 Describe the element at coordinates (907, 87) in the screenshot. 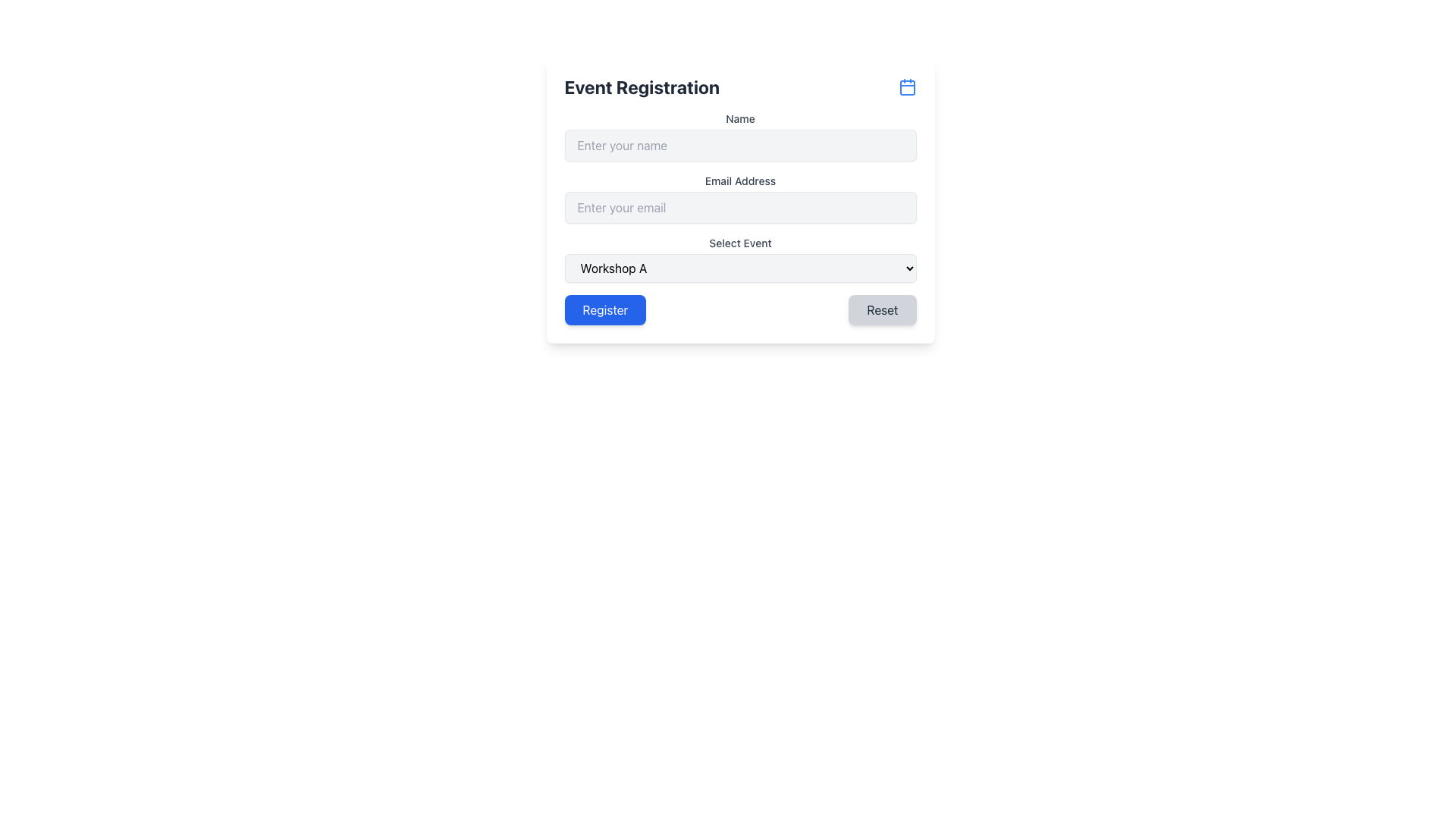

I see `the interactive calendar icon located at the top-right corner of the 'Event Registration' section header` at that location.